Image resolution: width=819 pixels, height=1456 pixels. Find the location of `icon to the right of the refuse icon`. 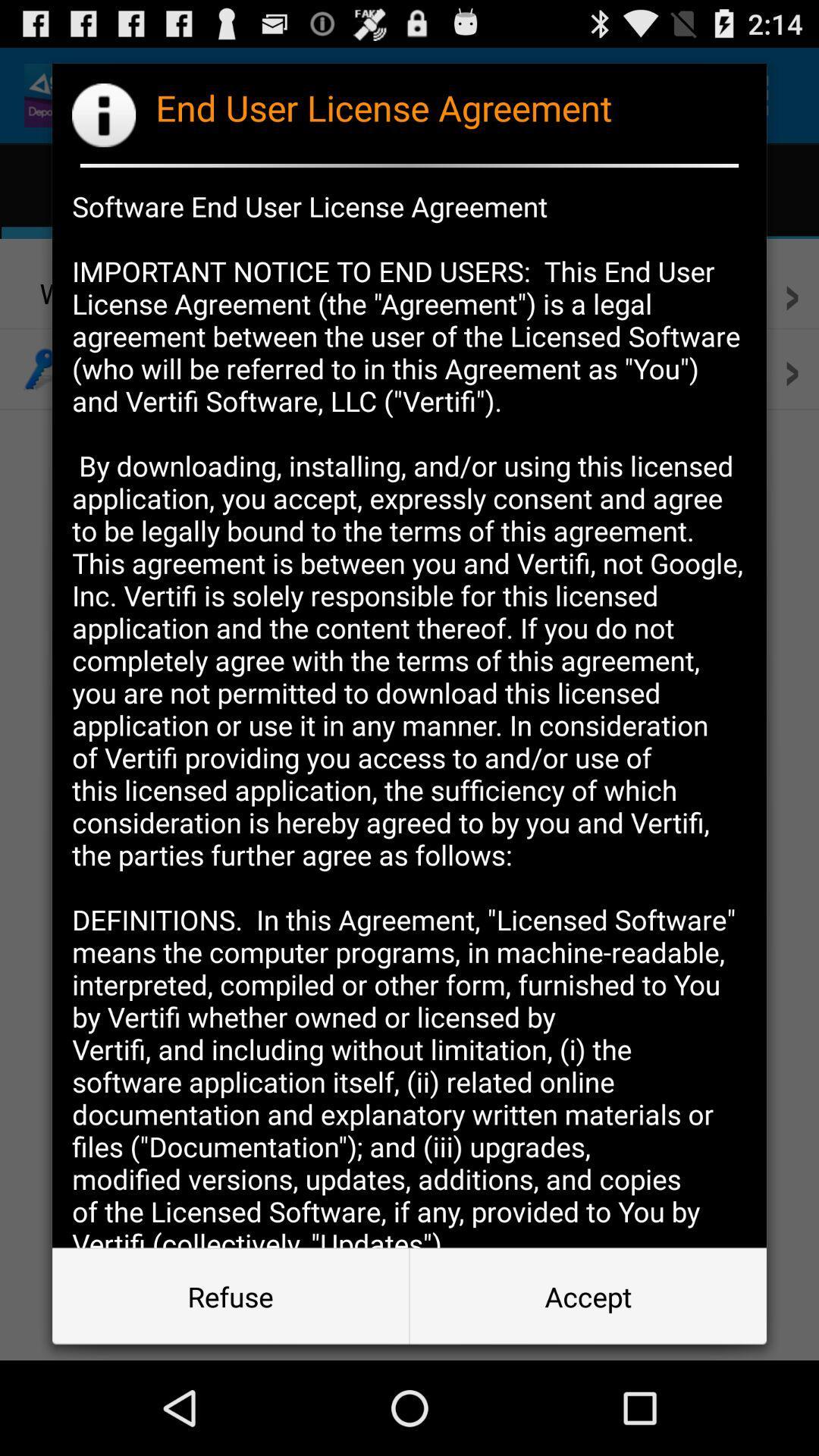

icon to the right of the refuse icon is located at coordinates (587, 1295).